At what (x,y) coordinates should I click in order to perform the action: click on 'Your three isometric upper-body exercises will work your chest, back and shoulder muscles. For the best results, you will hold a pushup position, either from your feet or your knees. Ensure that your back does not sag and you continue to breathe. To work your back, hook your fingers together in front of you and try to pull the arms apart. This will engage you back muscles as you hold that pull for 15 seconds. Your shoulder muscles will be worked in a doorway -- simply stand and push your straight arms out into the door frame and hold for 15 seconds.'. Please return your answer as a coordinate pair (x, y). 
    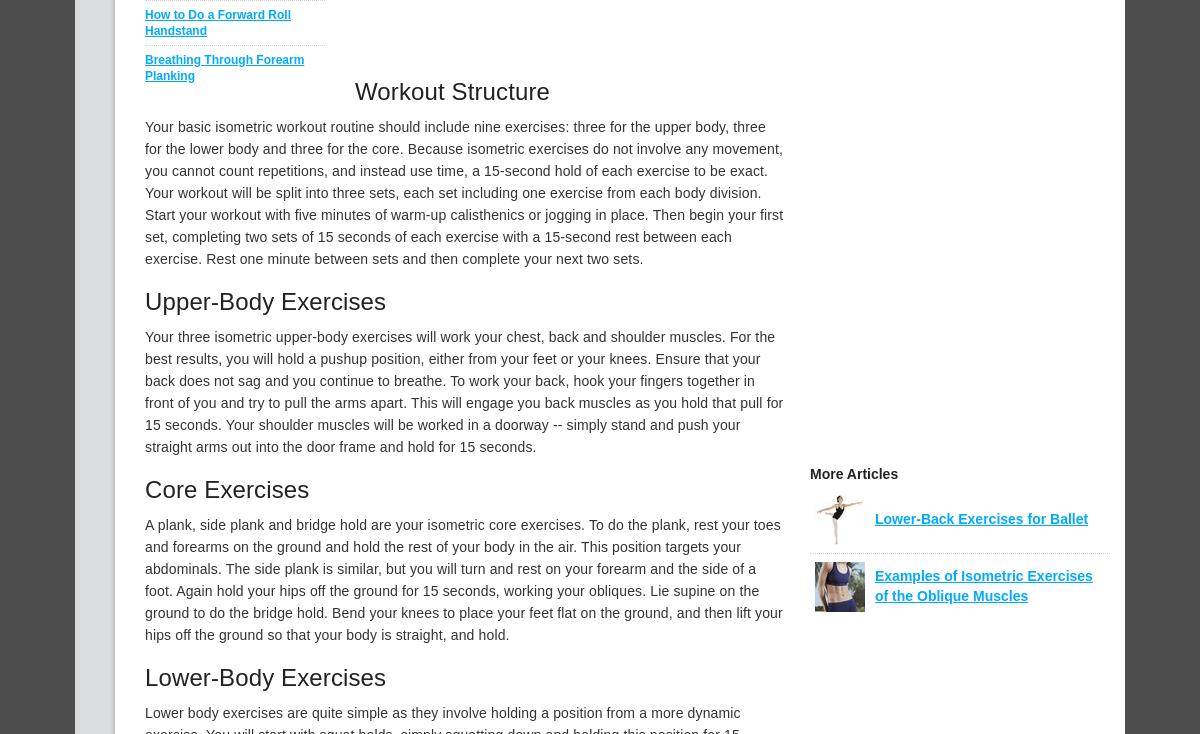
    Looking at the image, I should click on (463, 391).